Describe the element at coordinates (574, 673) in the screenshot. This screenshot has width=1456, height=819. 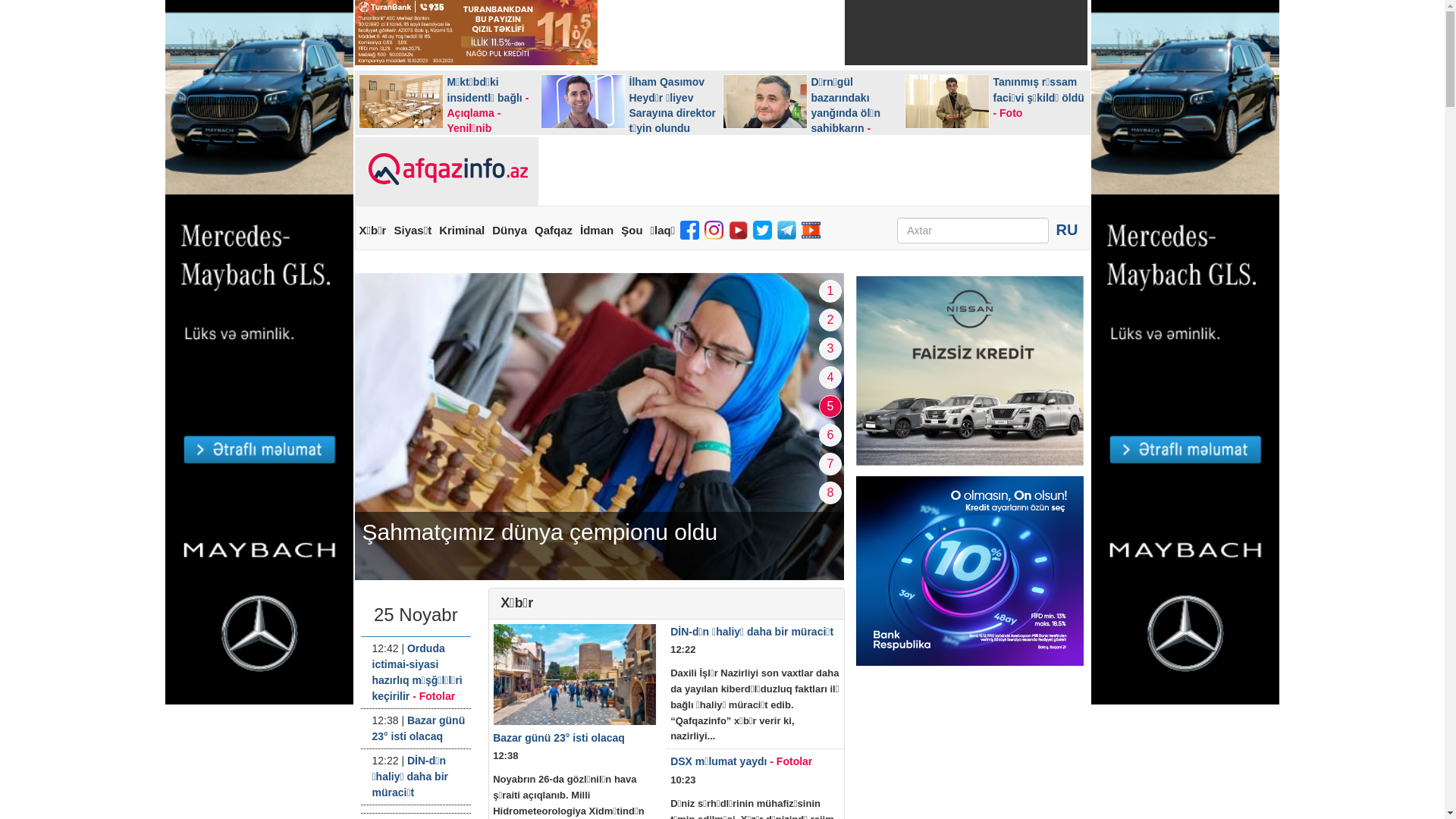
I see `'bazar-gunu-23-isti-olacaq'` at that location.